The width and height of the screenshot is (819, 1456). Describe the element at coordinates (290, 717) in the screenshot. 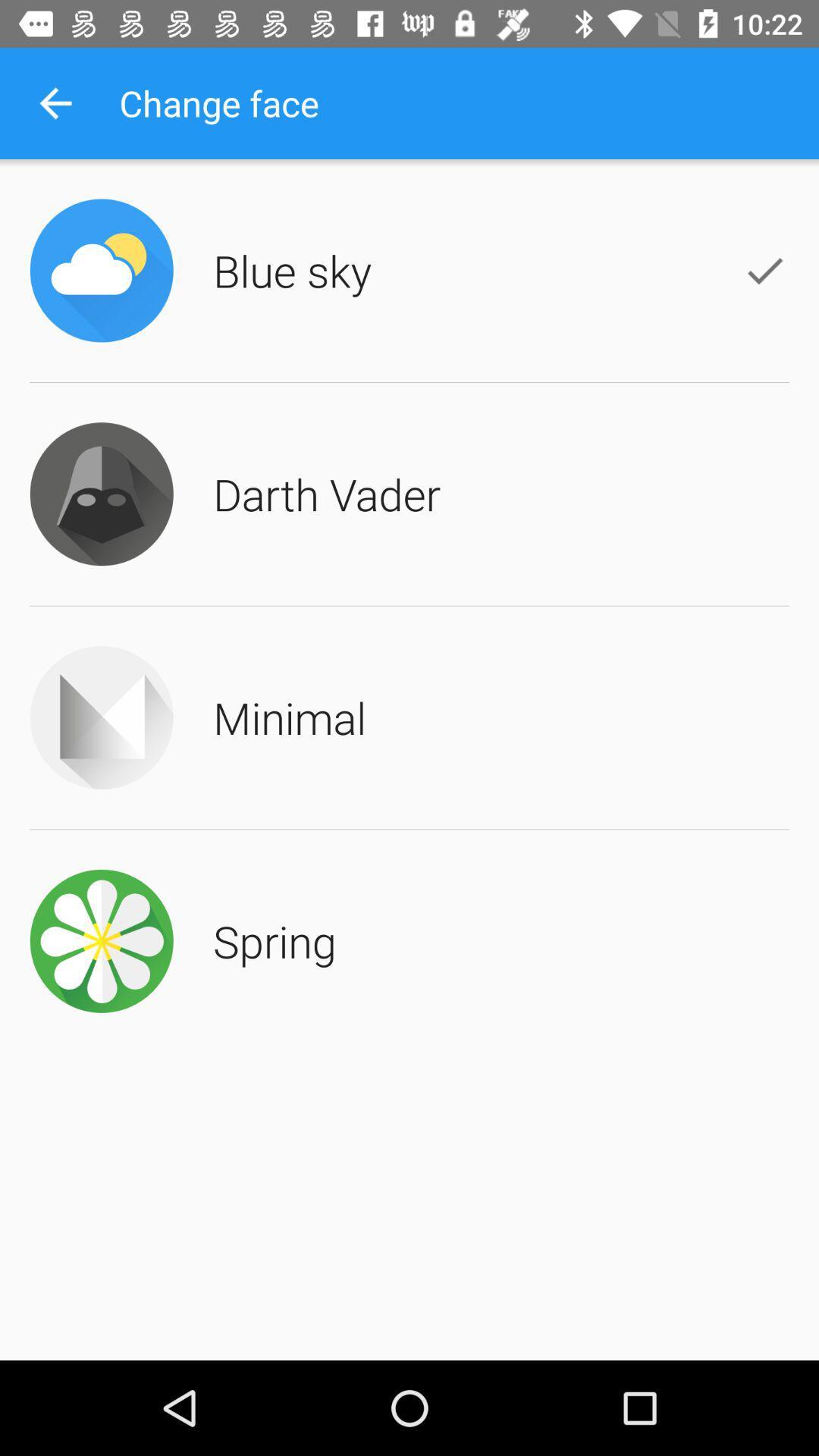

I see `item below darth vader` at that location.